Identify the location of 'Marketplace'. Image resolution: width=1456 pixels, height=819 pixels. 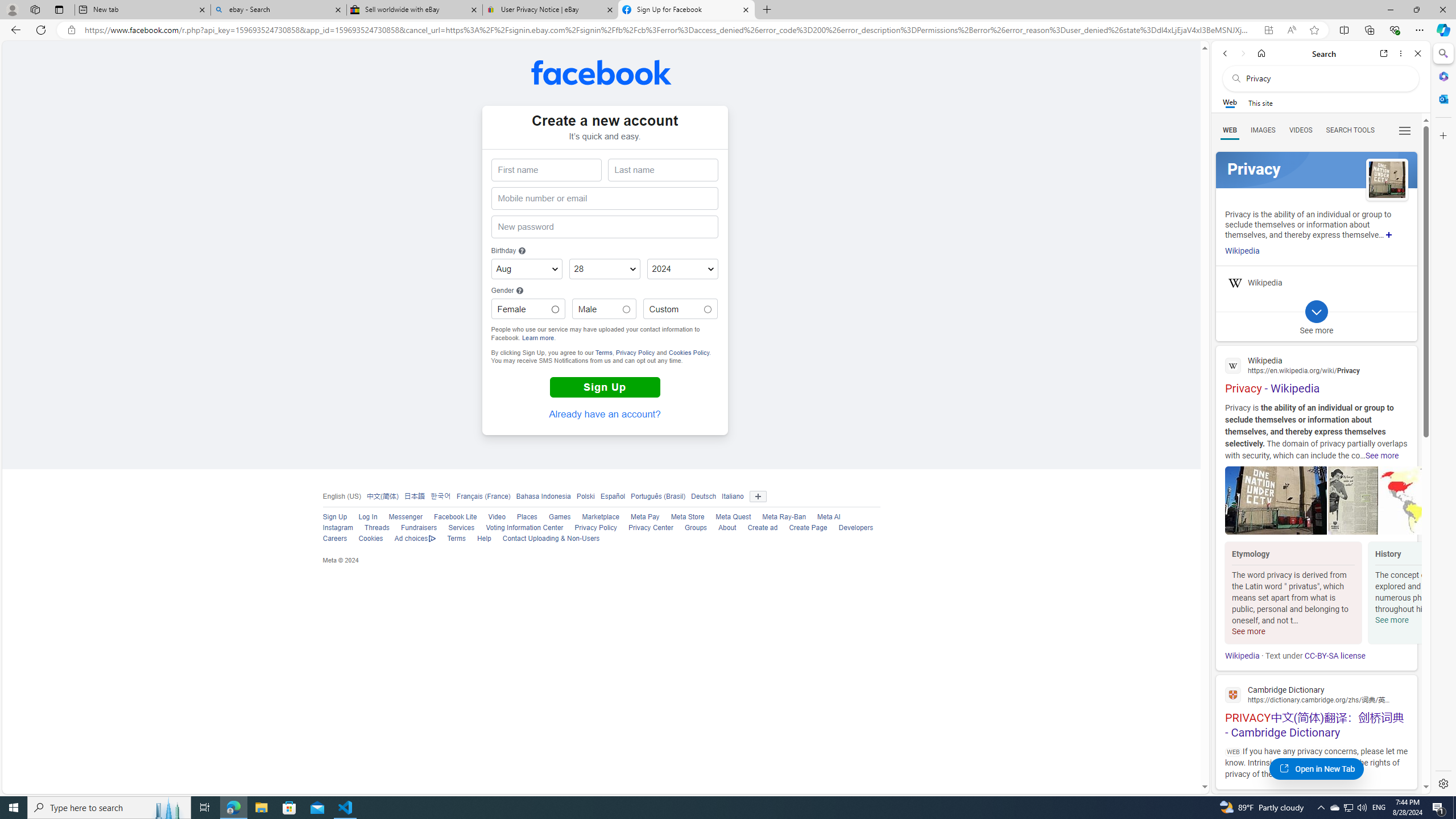
(594, 517).